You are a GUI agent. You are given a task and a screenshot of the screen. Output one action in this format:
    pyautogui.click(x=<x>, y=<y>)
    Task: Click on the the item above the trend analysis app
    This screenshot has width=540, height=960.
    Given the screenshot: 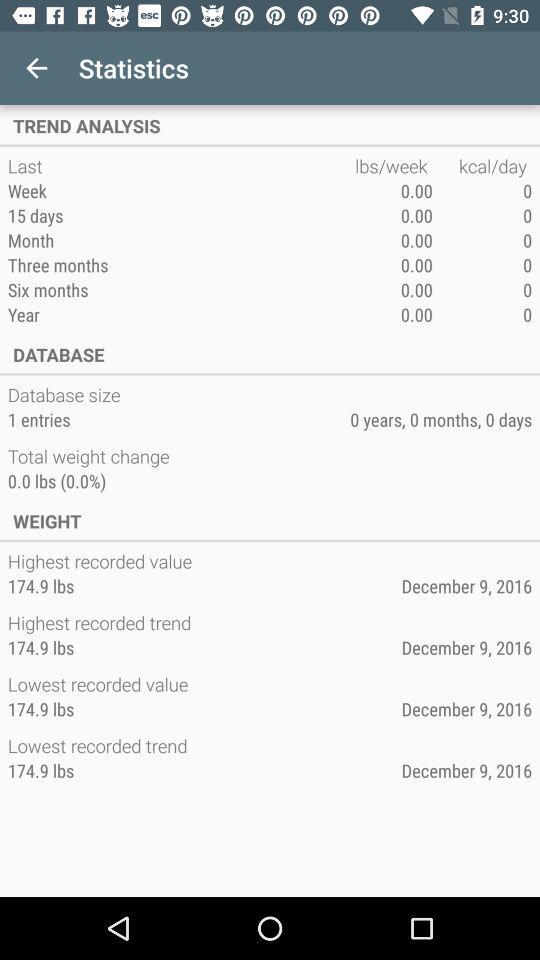 What is the action you would take?
    pyautogui.click(x=36, y=68)
    